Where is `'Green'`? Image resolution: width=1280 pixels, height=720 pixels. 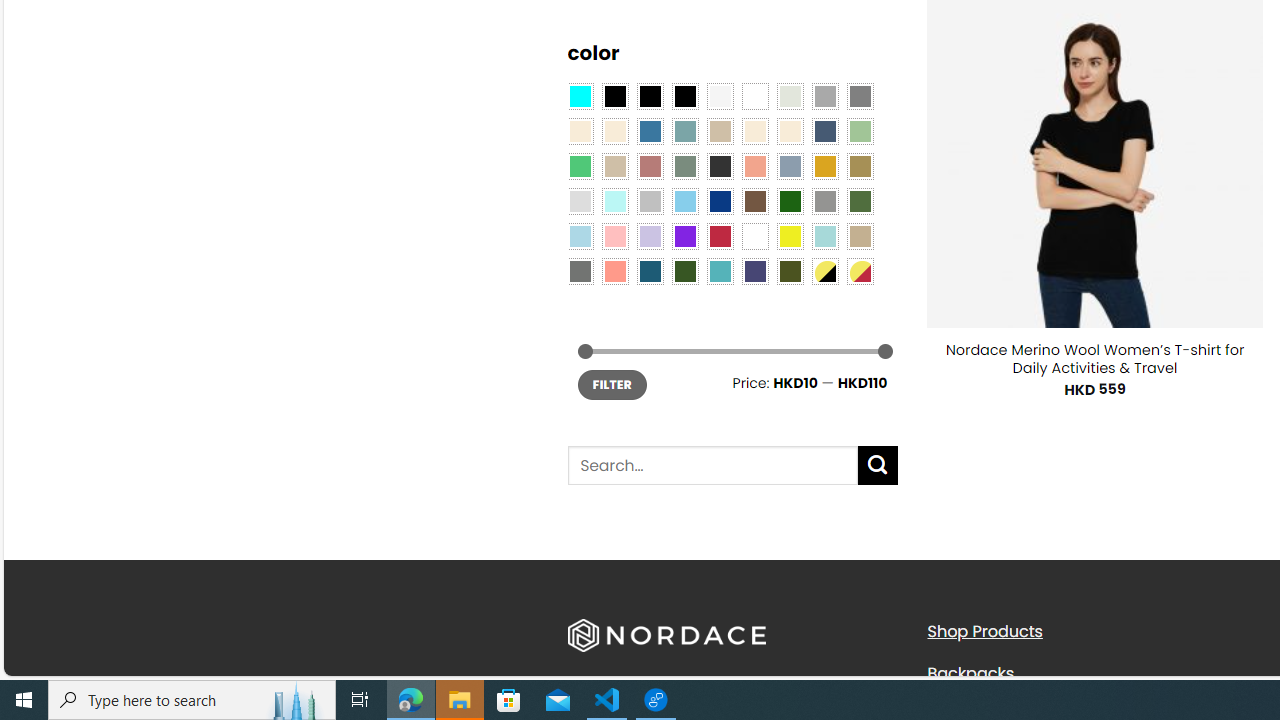
'Green' is located at coordinates (860, 200).